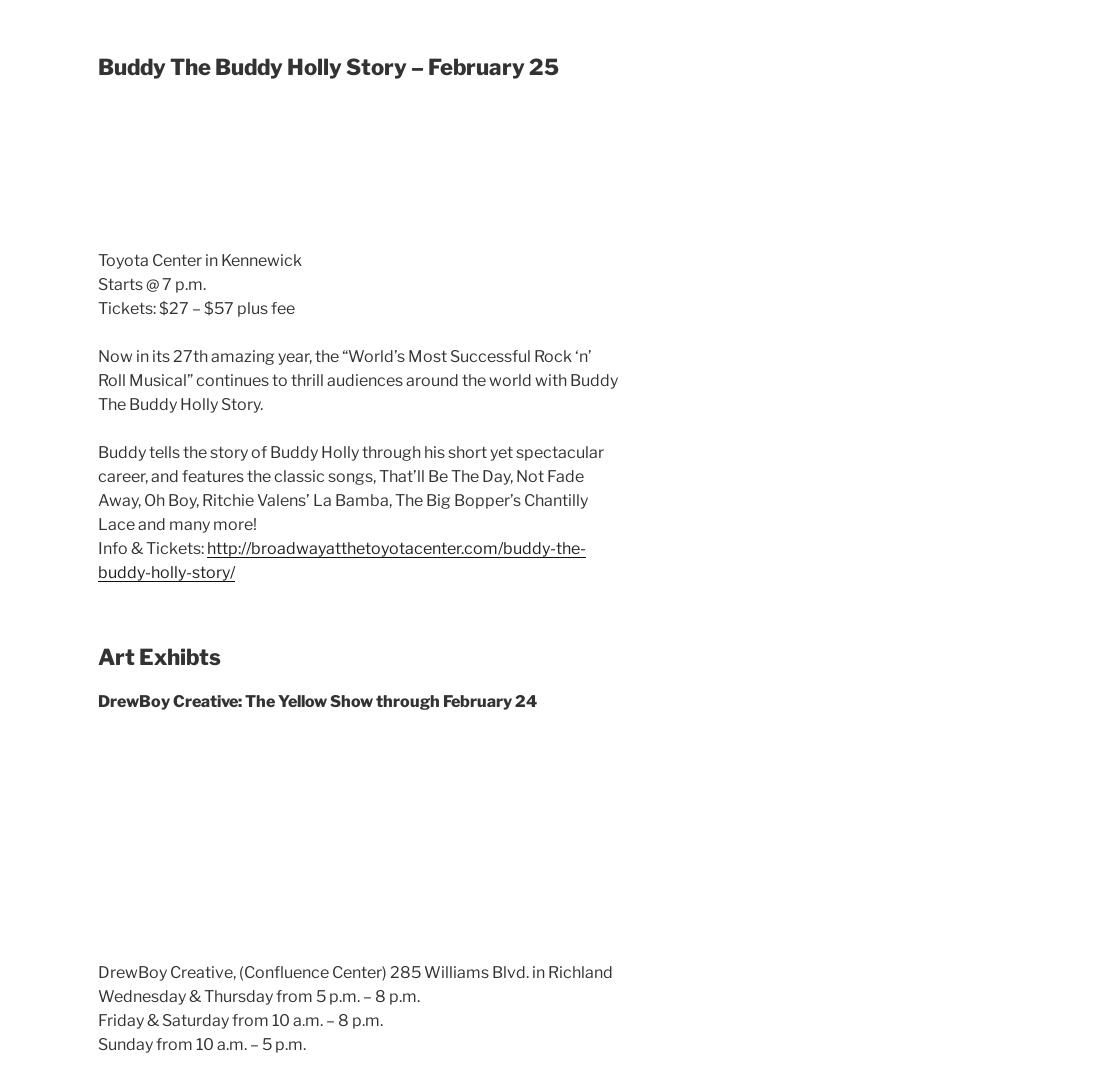  What do you see at coordinates (151, 283) in the screenshot?
I see `'Starts @ 7 p.m.'` at bounding box center [151, 283].